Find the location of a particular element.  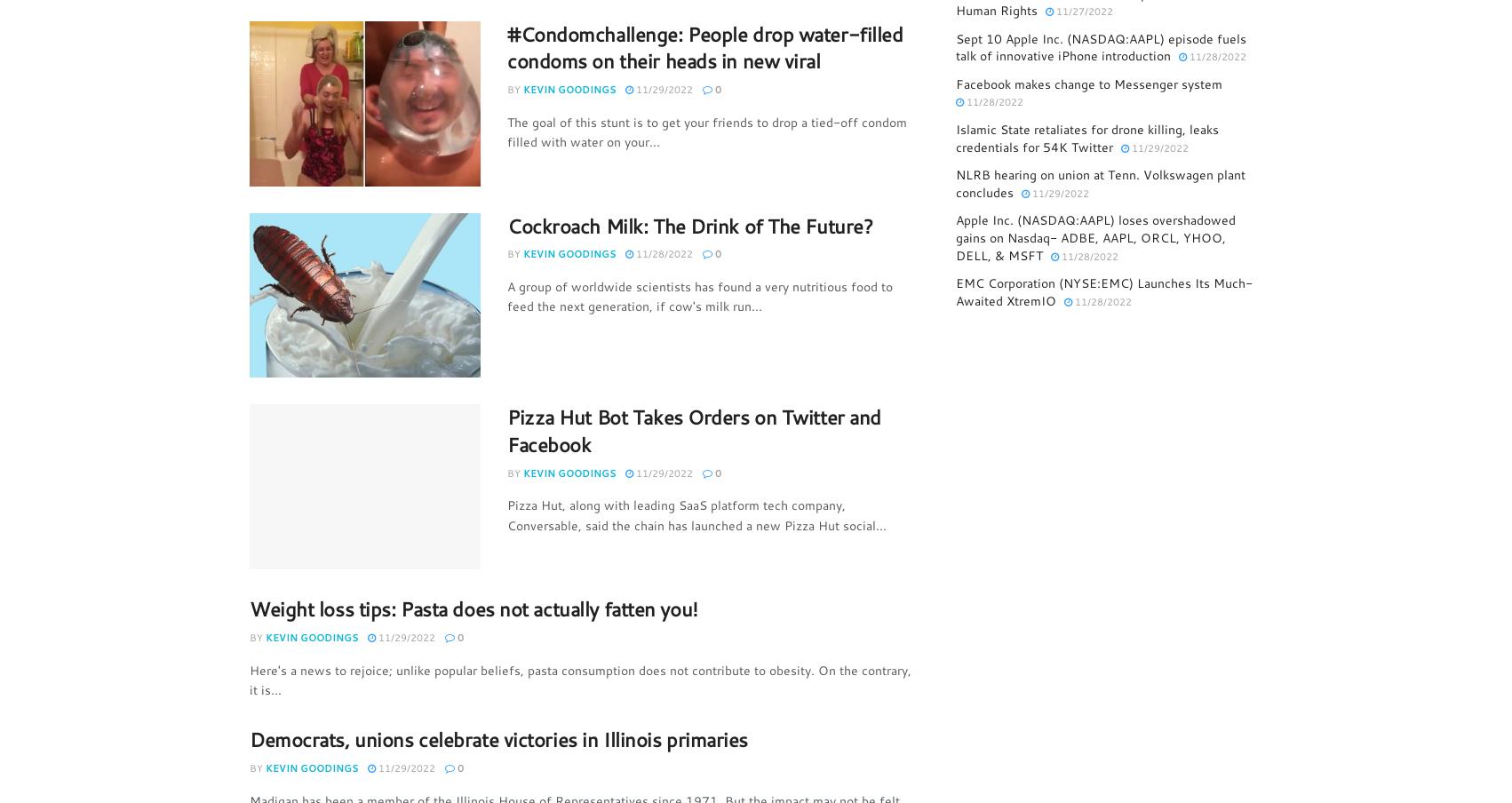

'Democrats, unions celebrate victories in Illinois primaries' is located at coordinates (497, 738).